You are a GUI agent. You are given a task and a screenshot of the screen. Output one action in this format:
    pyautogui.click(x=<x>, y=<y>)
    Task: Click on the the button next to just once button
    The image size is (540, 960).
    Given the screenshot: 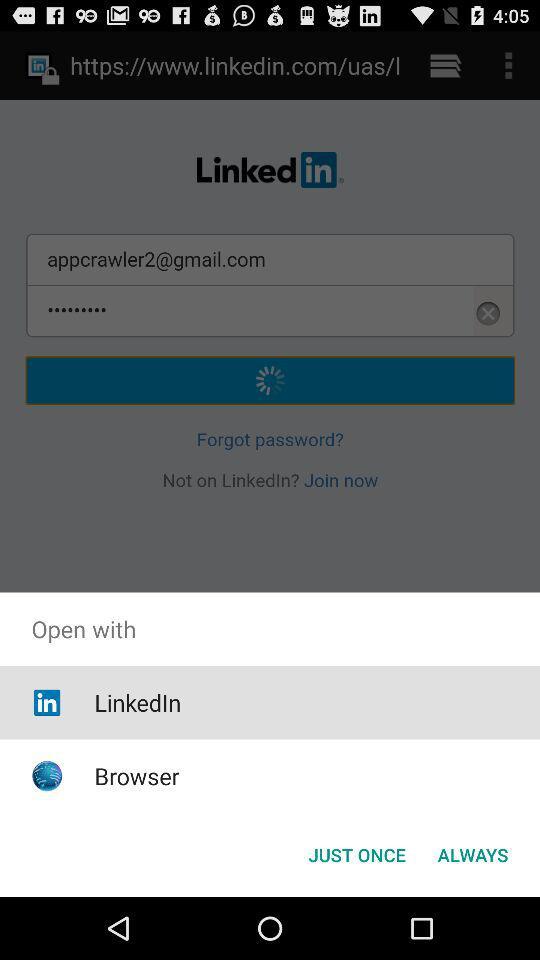 What is the action you would take?
    pyautogui.click(x=472, y=853)
    